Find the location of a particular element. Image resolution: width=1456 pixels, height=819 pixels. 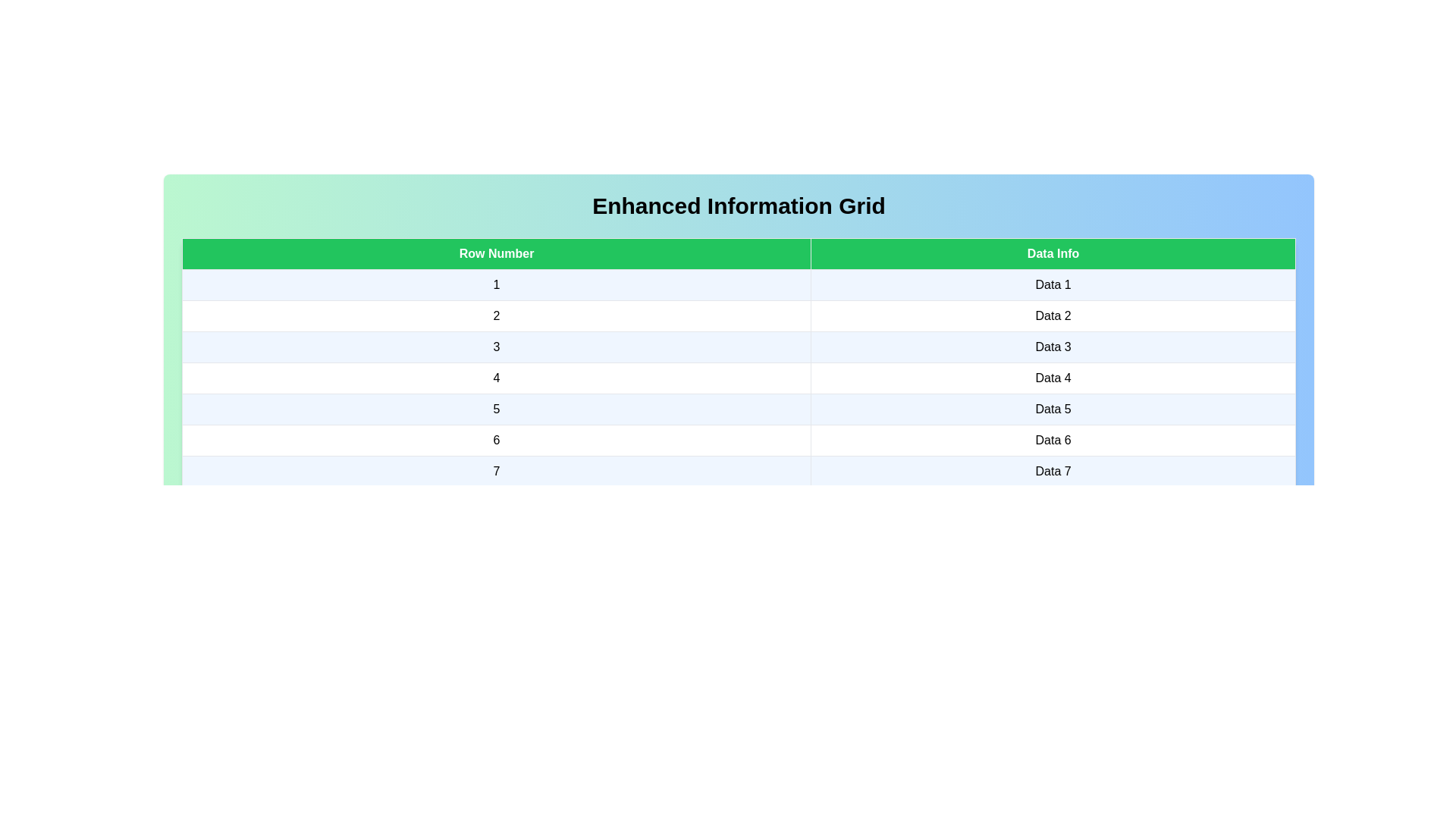

the cell containing the text Data 5 is located at coordinates (1053, 409).